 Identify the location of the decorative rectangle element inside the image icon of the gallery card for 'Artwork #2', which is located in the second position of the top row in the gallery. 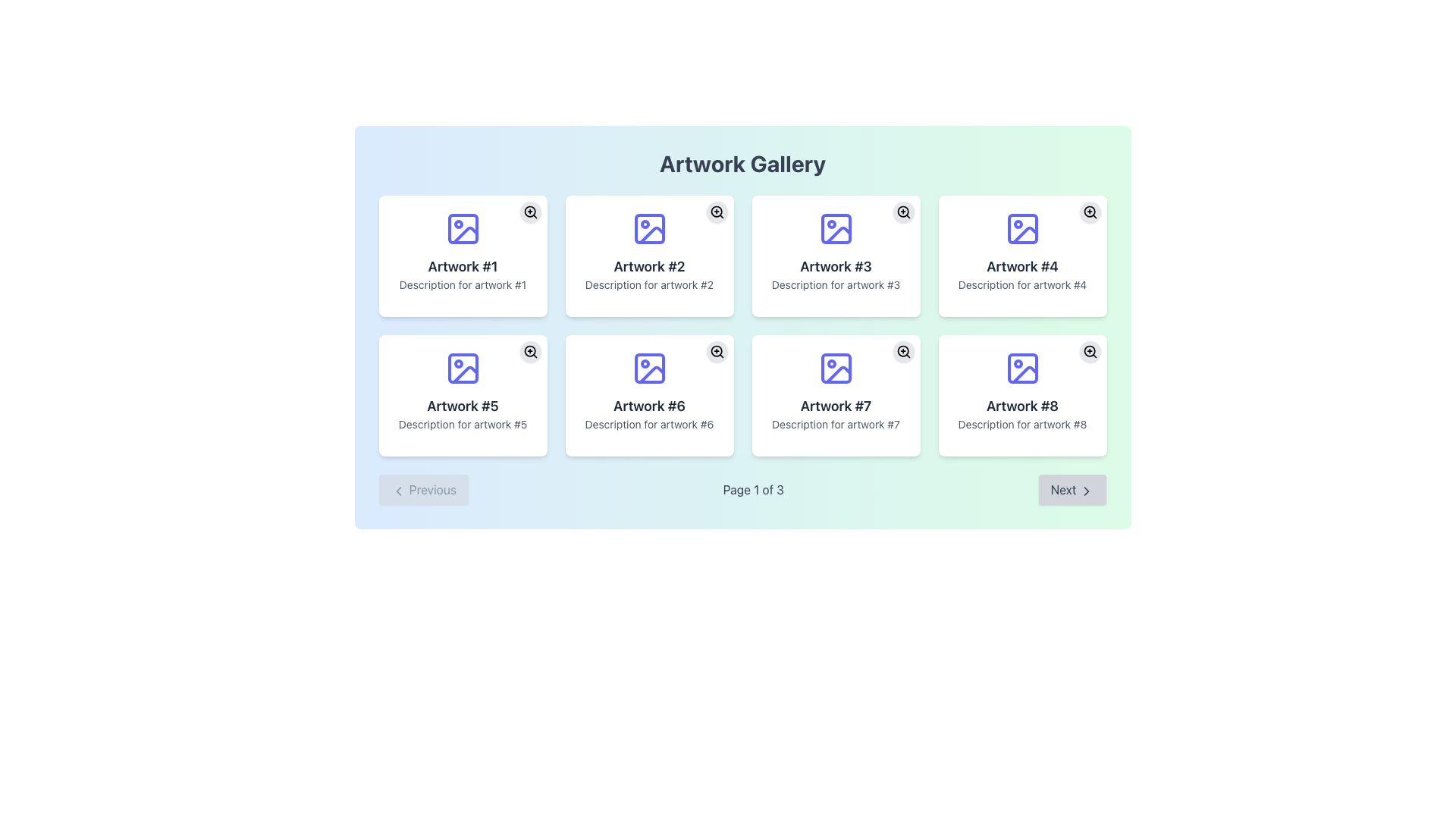
(649, 228).